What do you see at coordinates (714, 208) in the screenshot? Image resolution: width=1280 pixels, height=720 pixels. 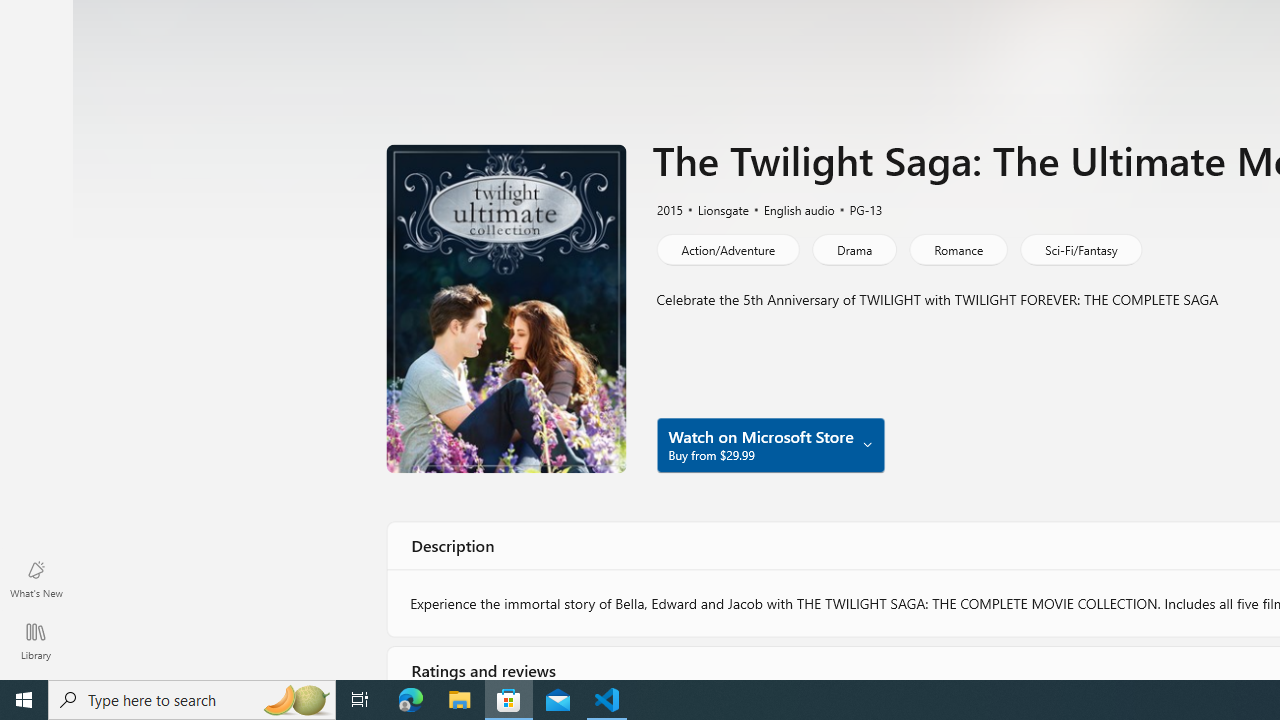 I see `'Lionsgate'` at bounding box center [714, 208].